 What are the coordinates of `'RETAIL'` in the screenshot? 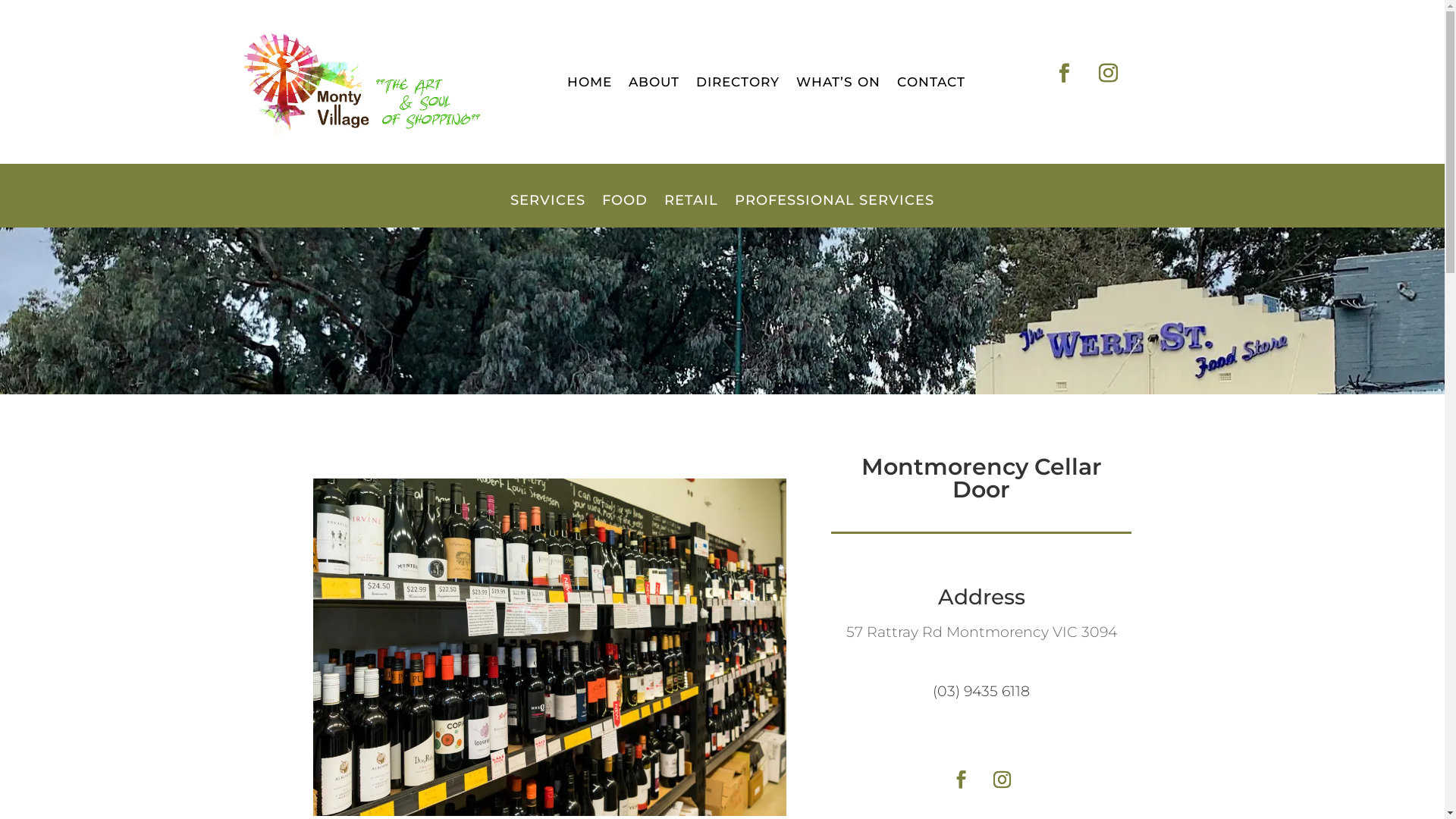 It's located at (690, 211).